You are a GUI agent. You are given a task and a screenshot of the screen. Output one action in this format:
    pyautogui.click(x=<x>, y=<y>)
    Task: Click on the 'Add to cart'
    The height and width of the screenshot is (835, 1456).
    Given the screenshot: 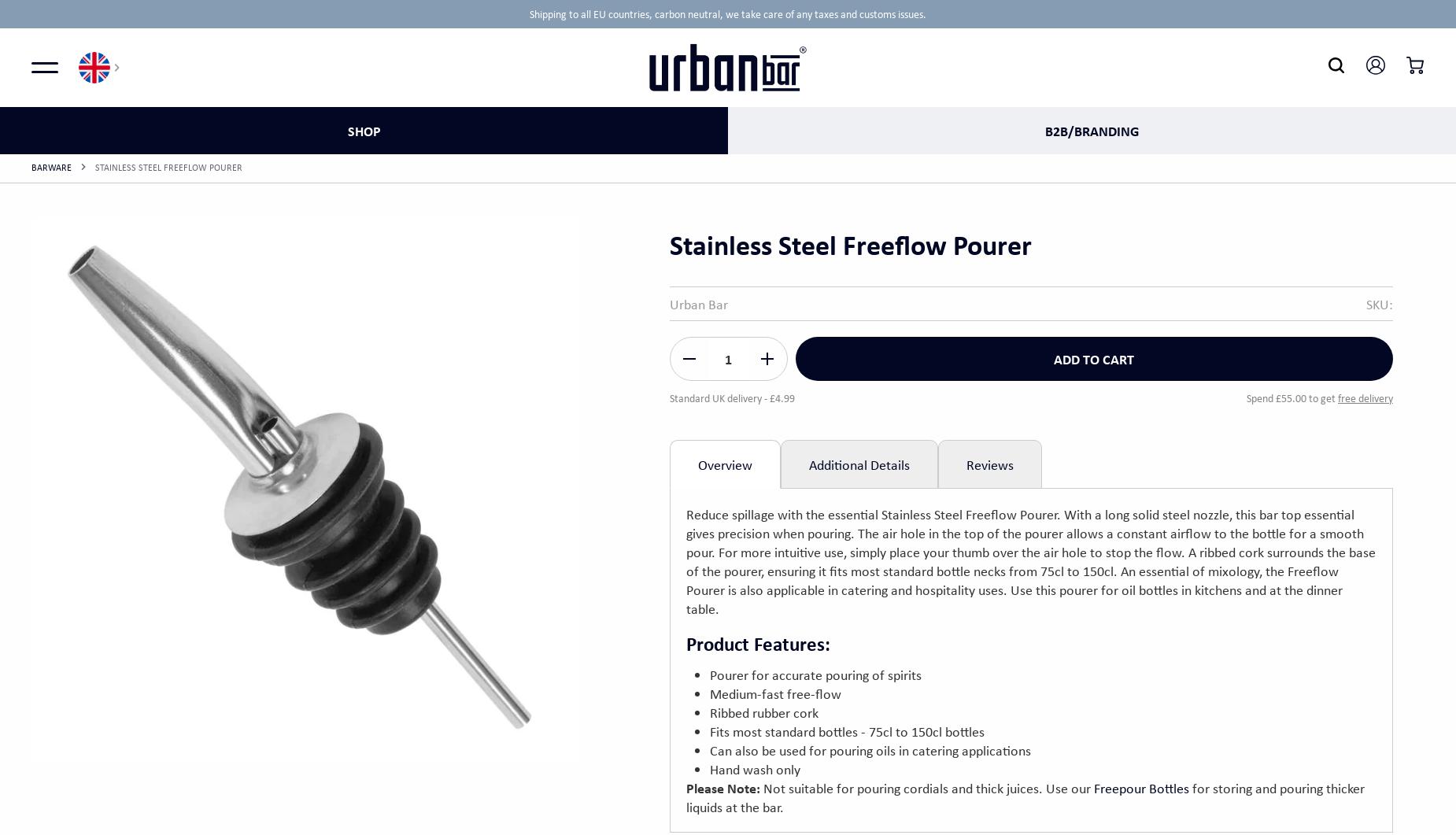 What is the action you would take?
    pyautogui.click(x=1094, y=359)
    